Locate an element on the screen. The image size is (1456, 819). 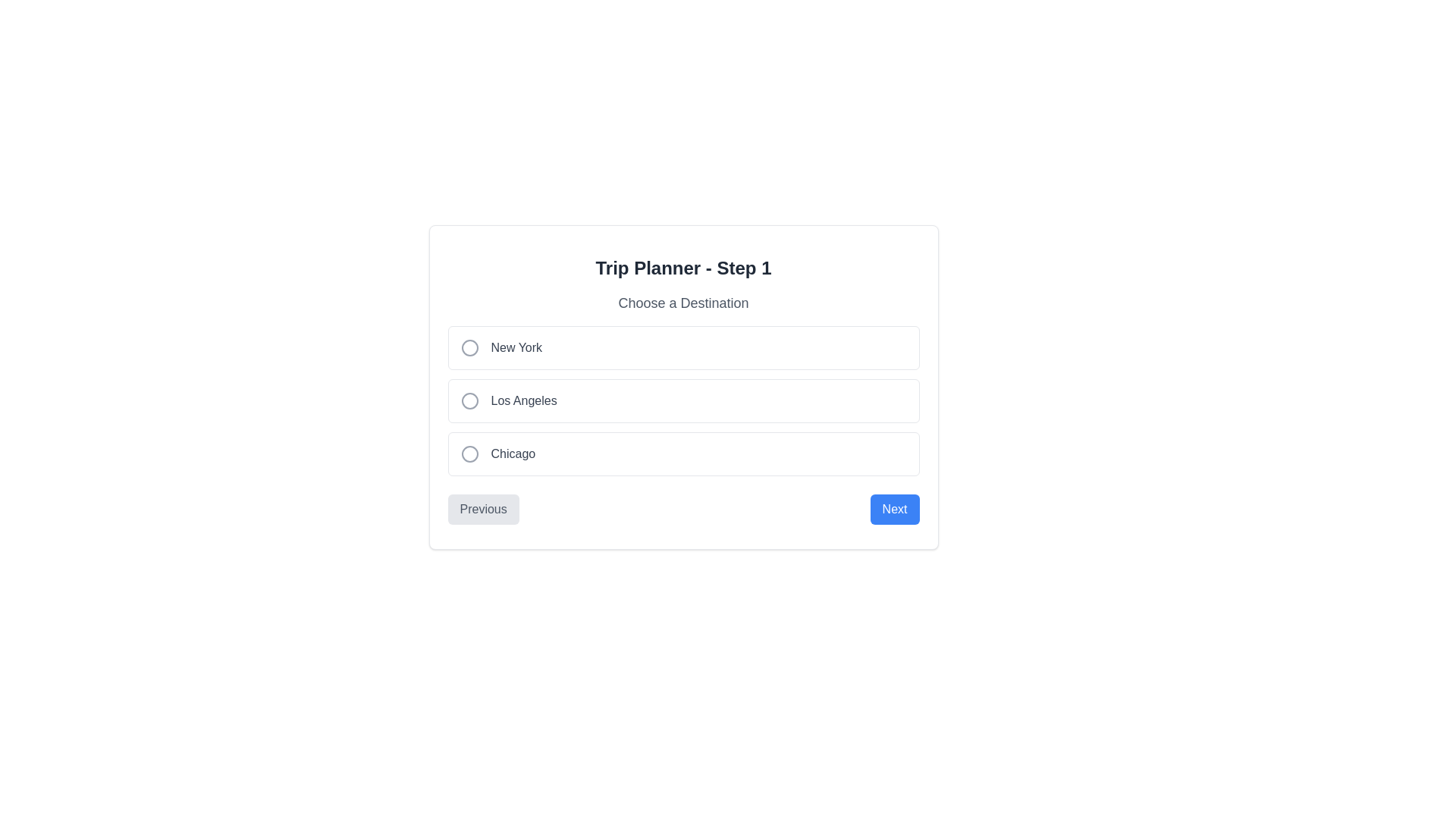
the 'New York' destination label in the trip planner form, which is positioned to the right of the small circle icon in the 'Choose a Destination' section is located at coordinates (516, 348).